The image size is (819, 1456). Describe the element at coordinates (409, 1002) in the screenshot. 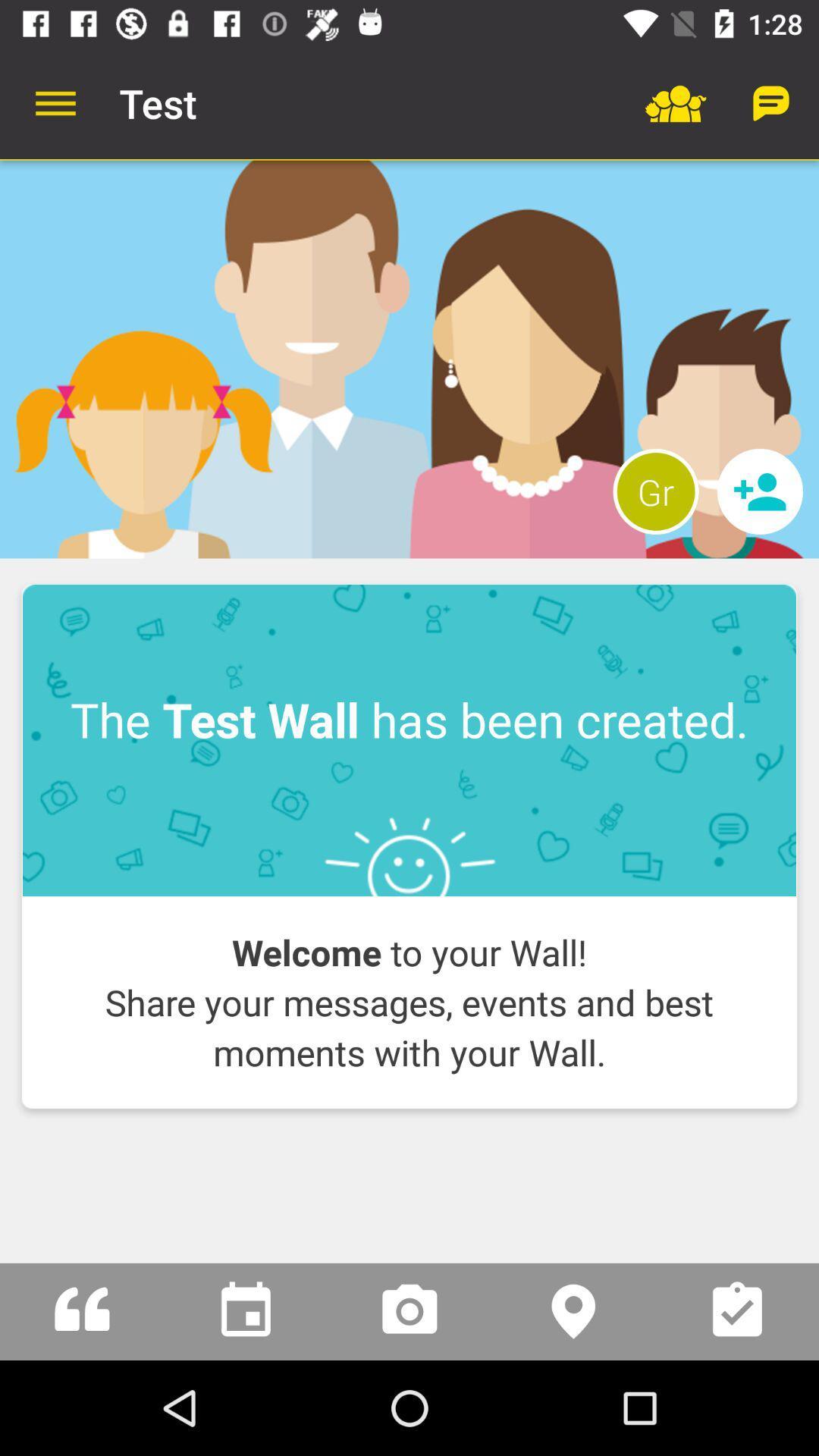

I see `welcome to your icon` at that location.